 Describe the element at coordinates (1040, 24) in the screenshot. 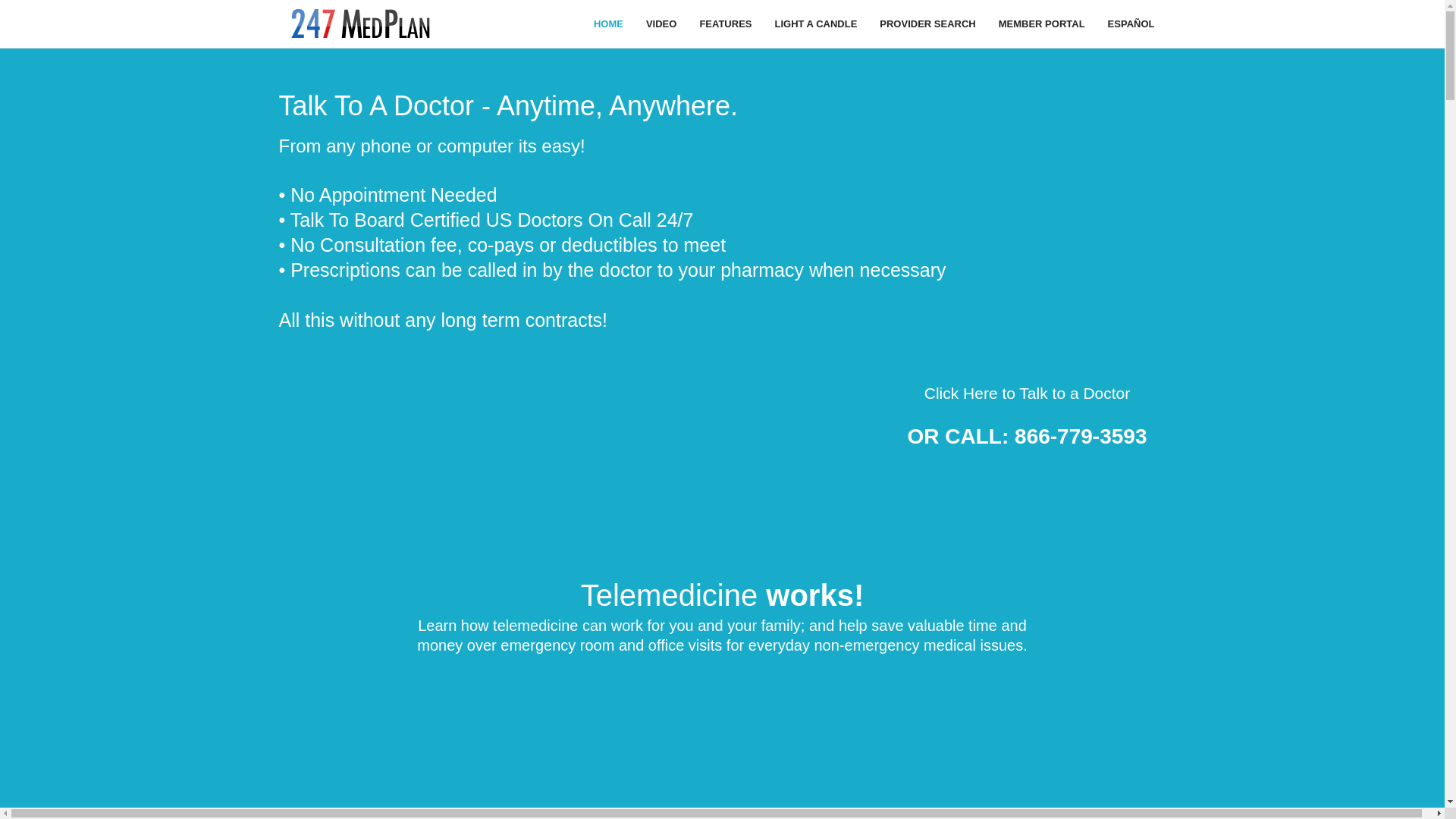

I see `'MEMBER PORTAL'` at that location.